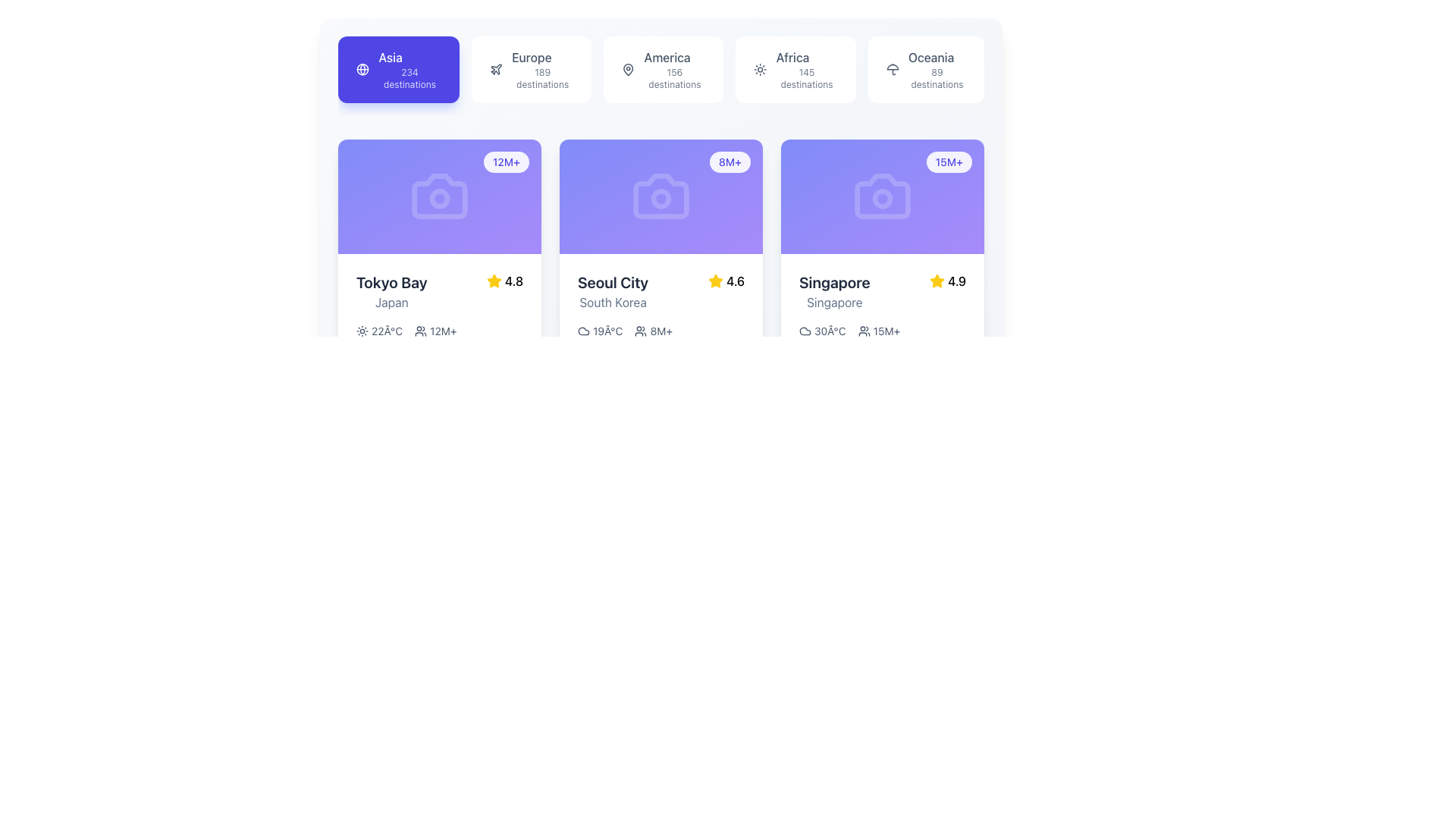  Describe the element at coordinates (661, 70) in the screenshot. I see `the card representing the 'America' category, which is the third item in a row of navigation options, styled as a button-like card with a pin icon and the text '156 destinations' below it` at that location.